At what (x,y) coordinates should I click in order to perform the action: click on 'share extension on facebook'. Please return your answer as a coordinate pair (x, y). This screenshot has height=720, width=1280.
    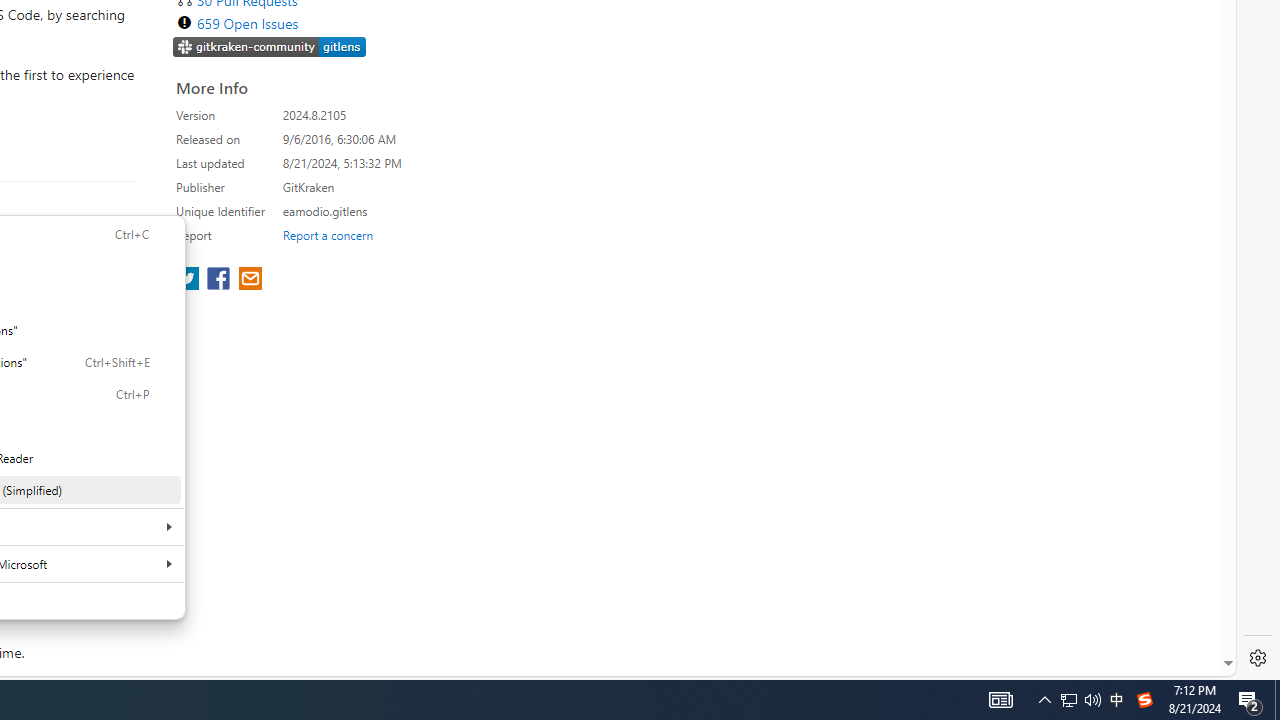
    Looking at the image, I should click on (220, 280).